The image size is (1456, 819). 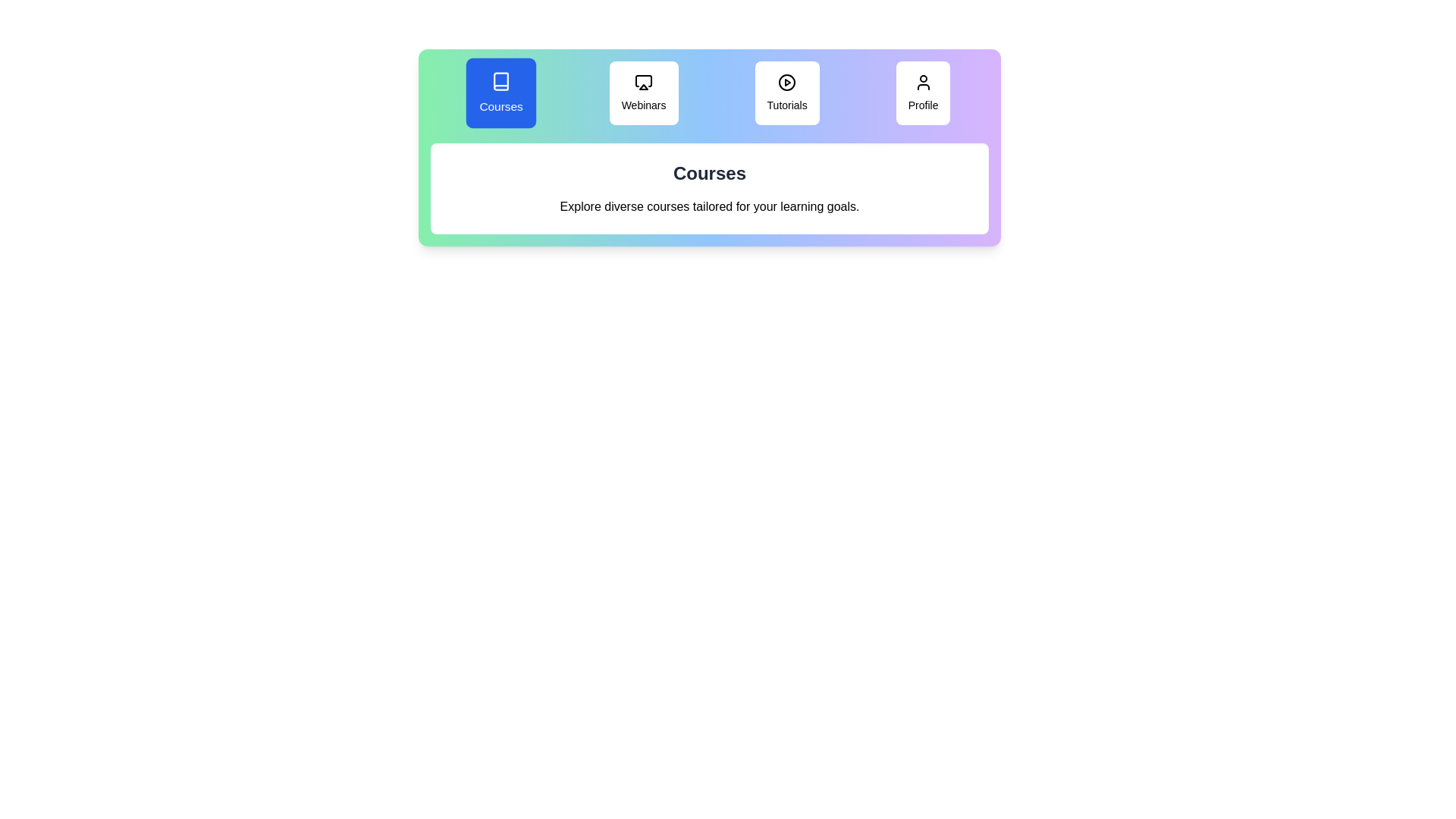 I want to click on the tab corresponding to Profile to display its content, so click(x=922, y=93).